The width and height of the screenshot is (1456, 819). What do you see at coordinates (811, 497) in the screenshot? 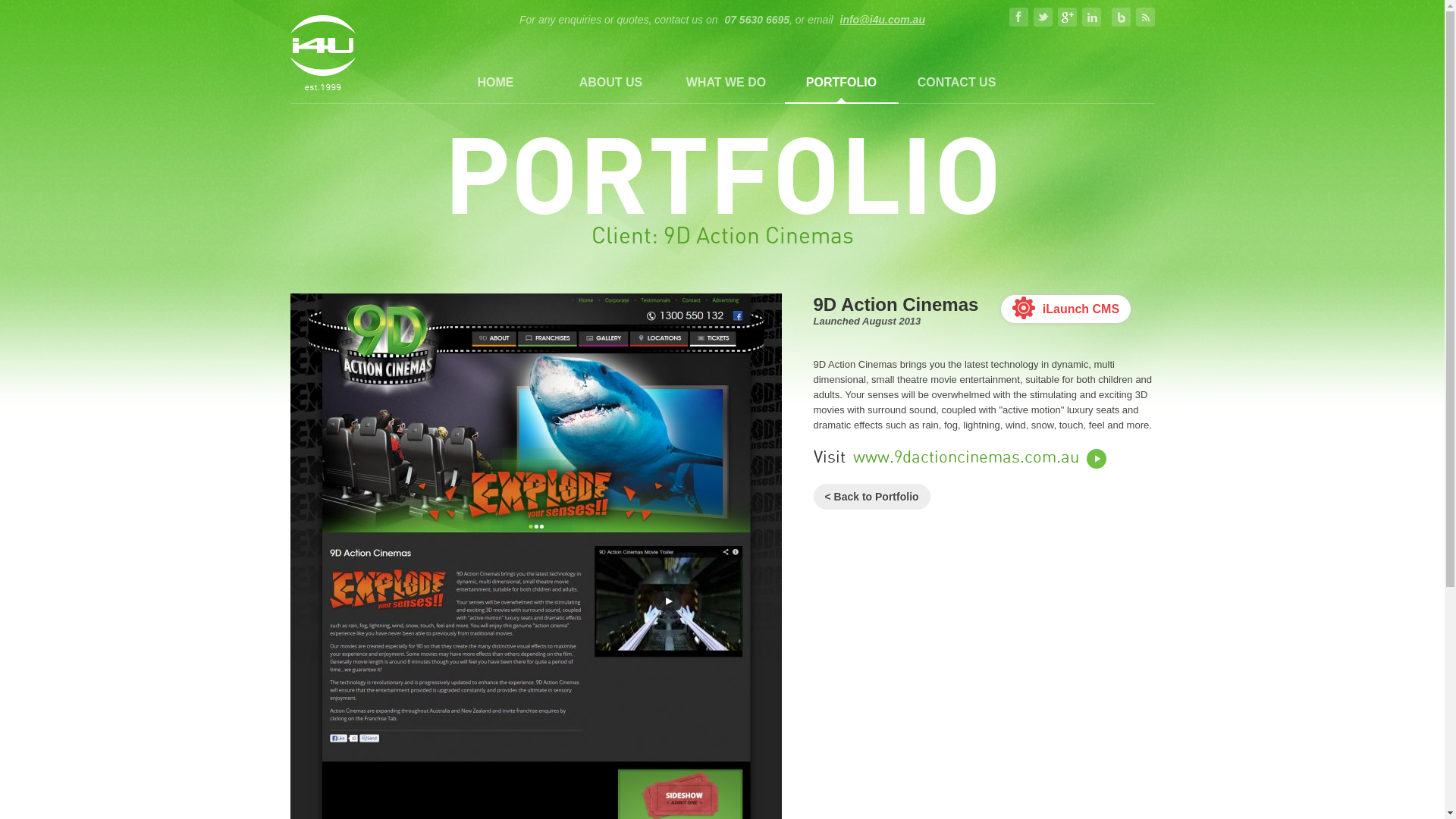
I see `'< Back to Portfolio'` at bounding box center [811, 497].